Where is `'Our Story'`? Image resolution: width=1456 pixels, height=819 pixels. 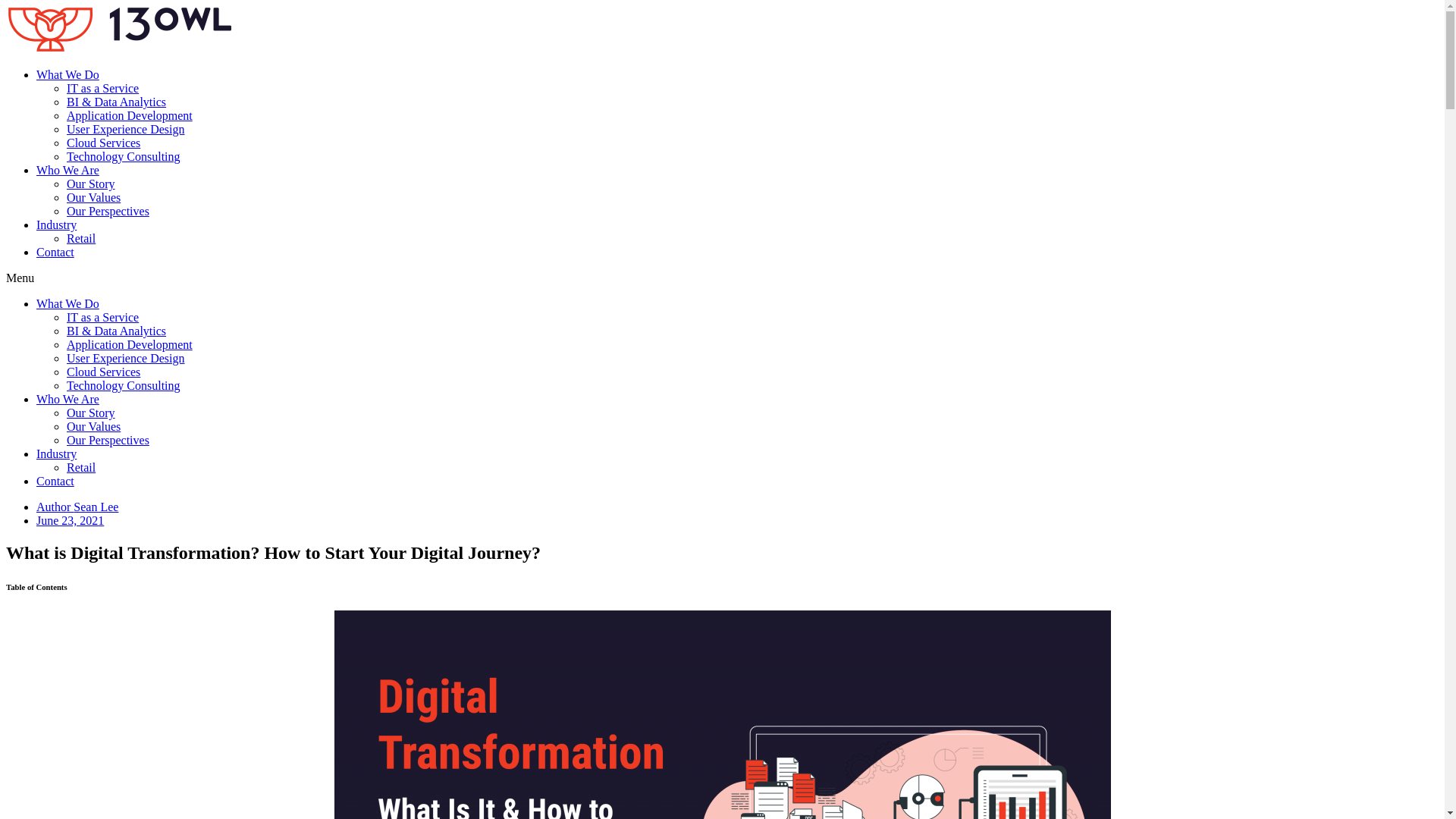
'Our Story' is located at coordinates (90, 413).